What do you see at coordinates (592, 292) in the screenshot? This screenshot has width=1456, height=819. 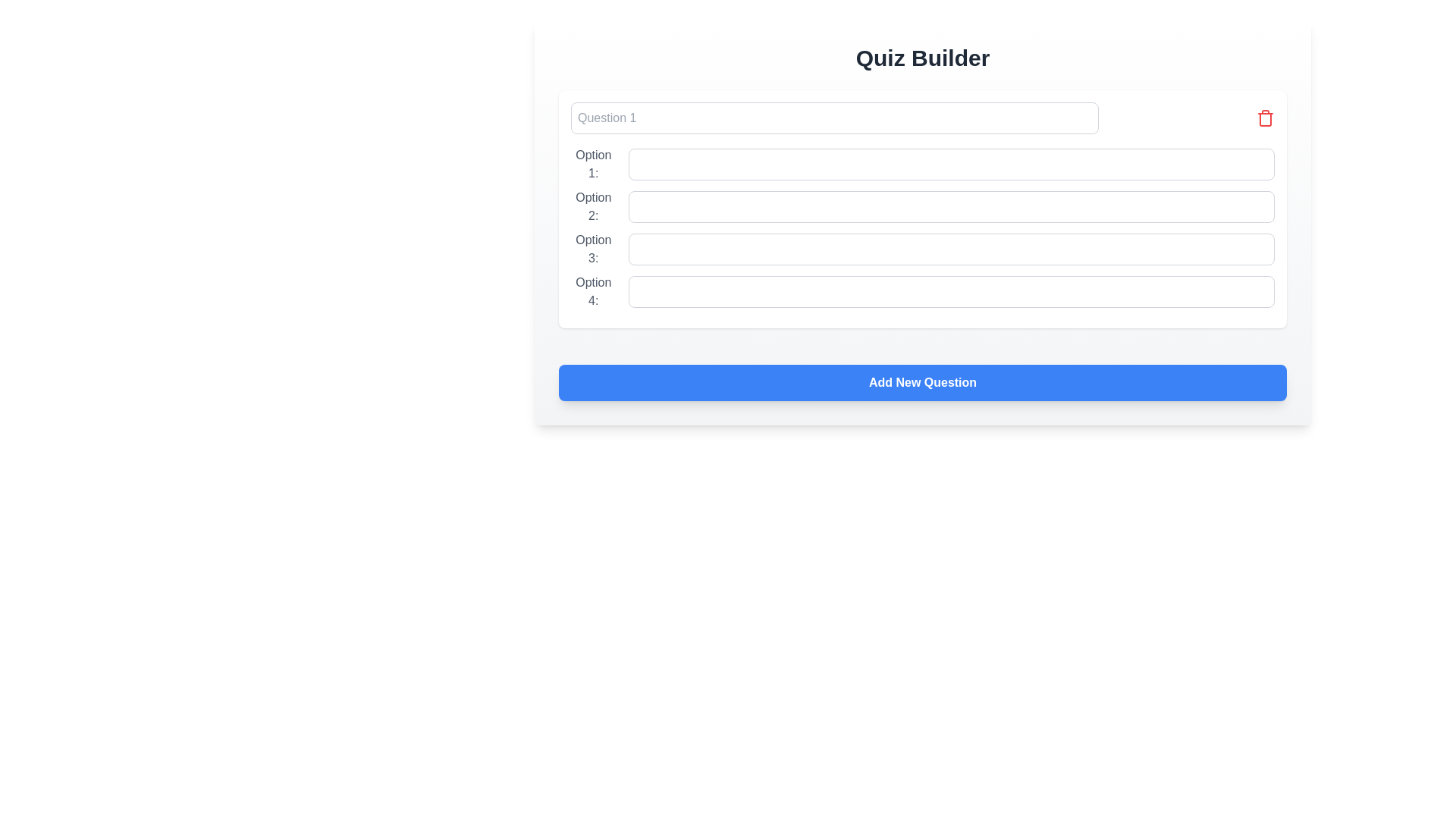 I see `the Text label guiding users to provide data related to Option 4, located in the third column of labeled options before the corresponding text input field` at bounding box center [592, 292].